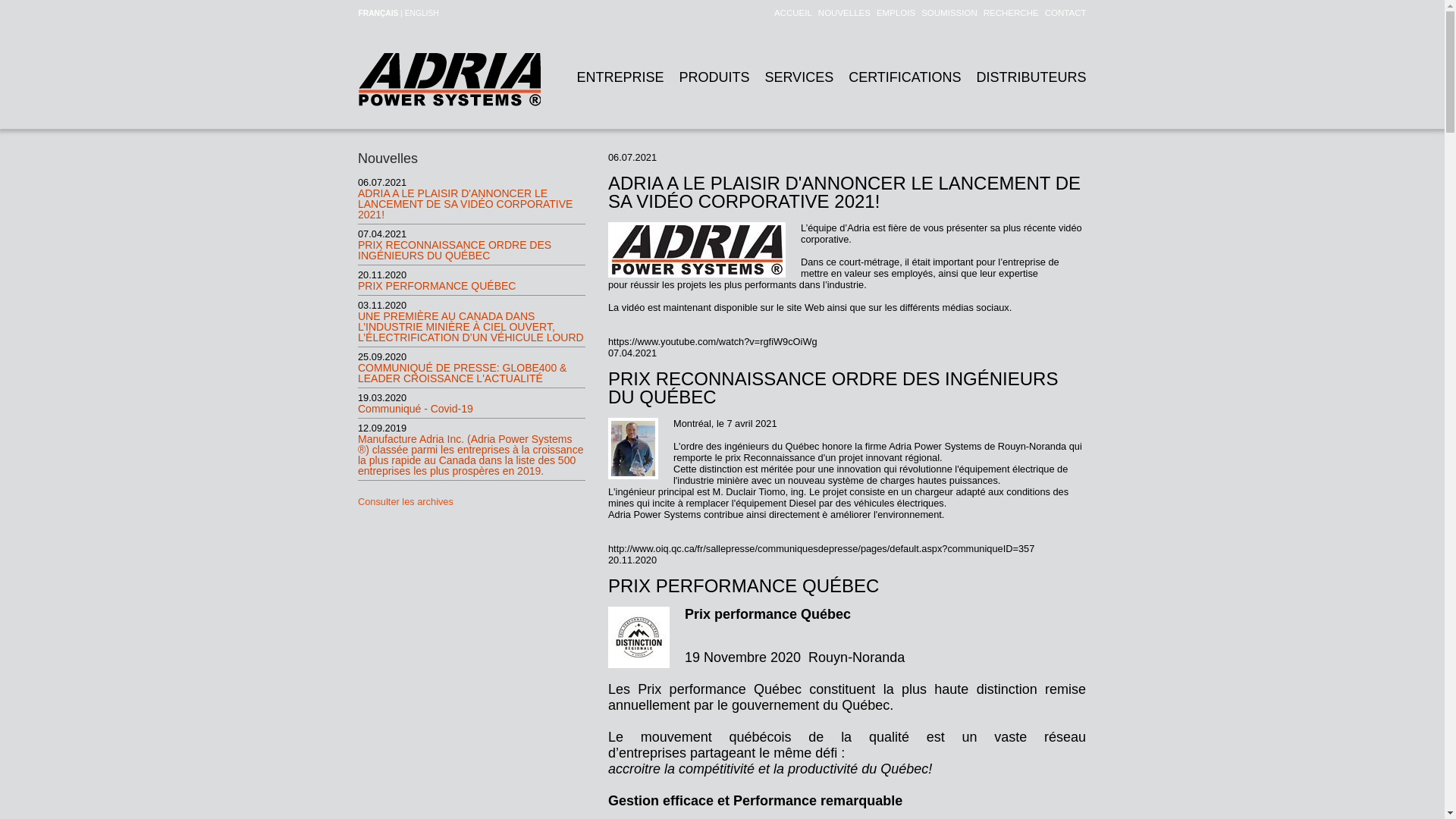 The image size is (1456, 819). What do you see at coordinates (789, 12) in the screenshot?
I see `'ACCUEIL'` at bounding box center [789, 12].